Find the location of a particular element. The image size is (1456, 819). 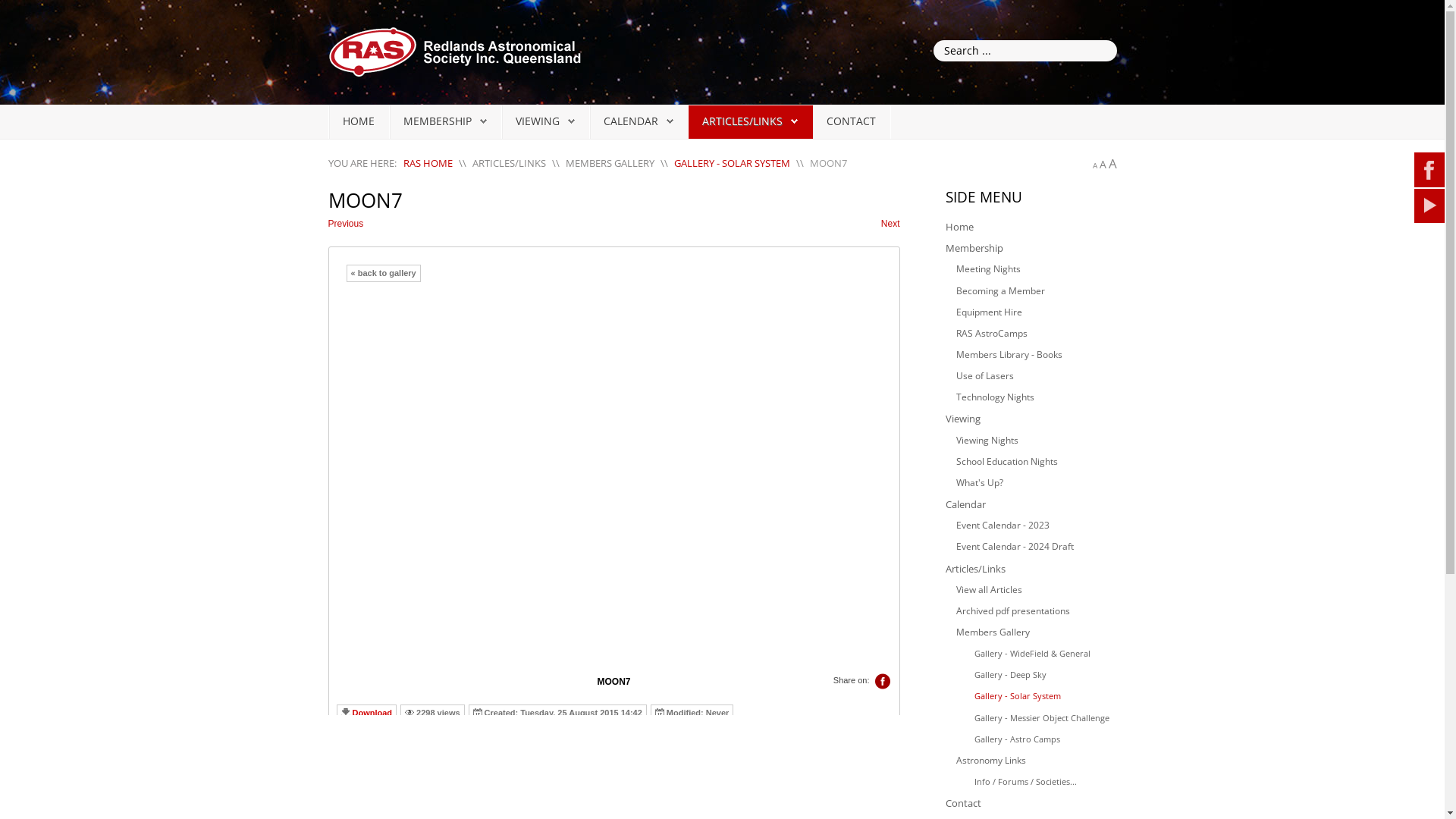

'MEMBERSHIP' is located at coordinates (436, 120).